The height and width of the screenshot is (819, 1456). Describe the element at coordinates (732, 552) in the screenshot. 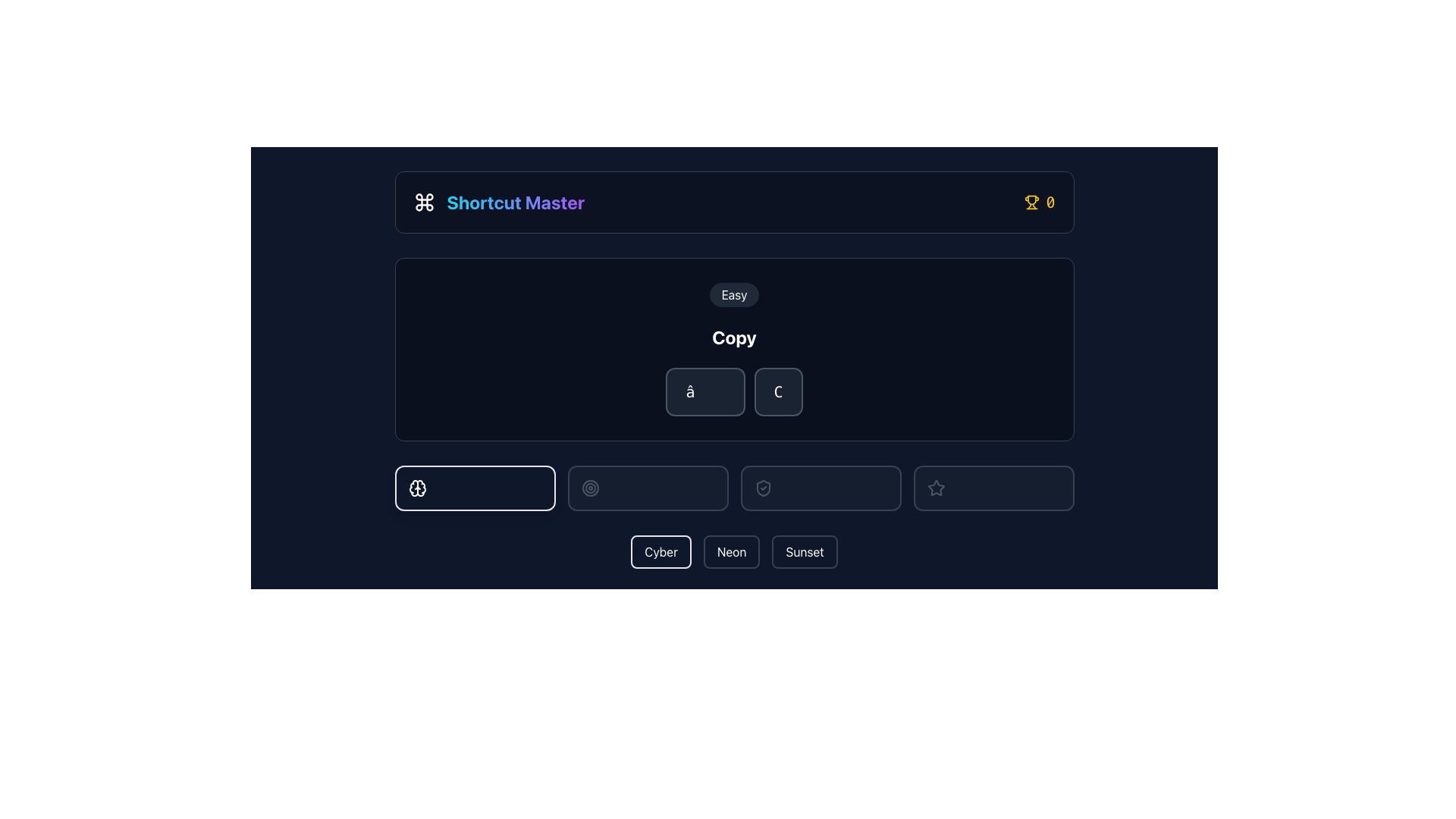

I see `the 'Neon' button, which is the second button in a group of three horizontally aligned buttons` at that location.